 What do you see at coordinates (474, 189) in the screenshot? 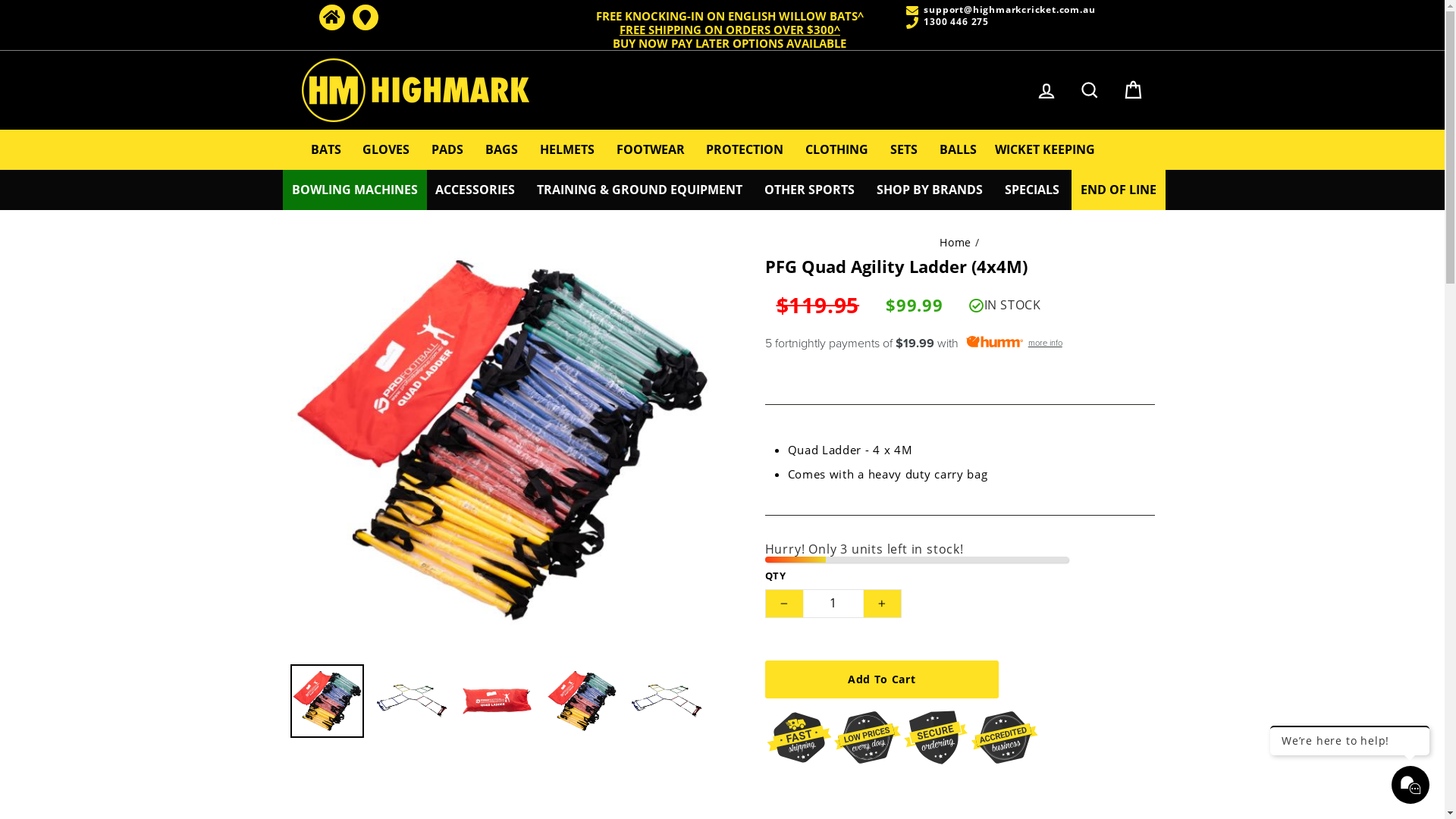
I see `'ACCESSORIES'` at bounding box center [474, 189].